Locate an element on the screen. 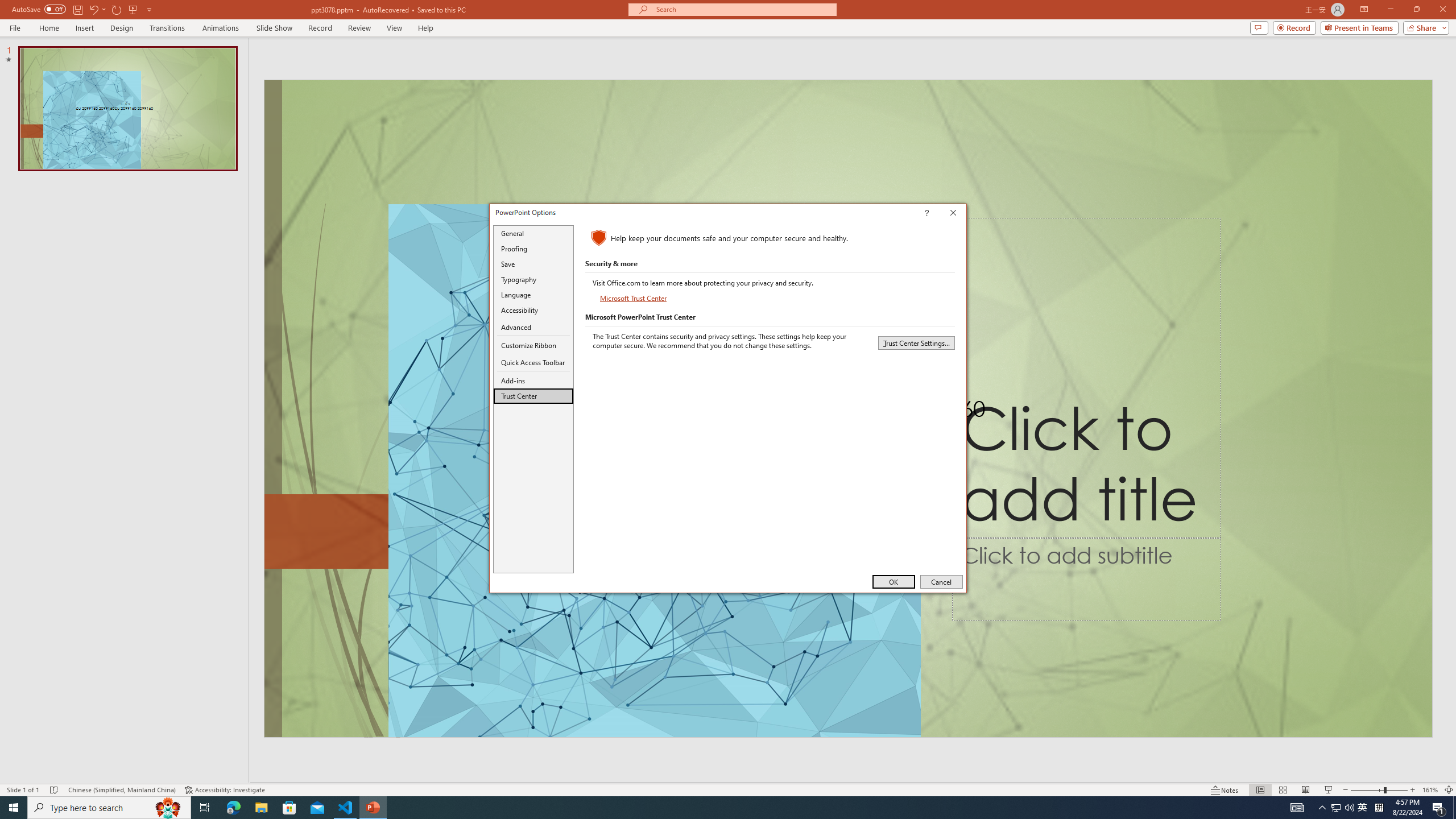 The width and height of the screenshot is (1456, 819). 'Customize Ribbon' is located at coordinates (533, 344).